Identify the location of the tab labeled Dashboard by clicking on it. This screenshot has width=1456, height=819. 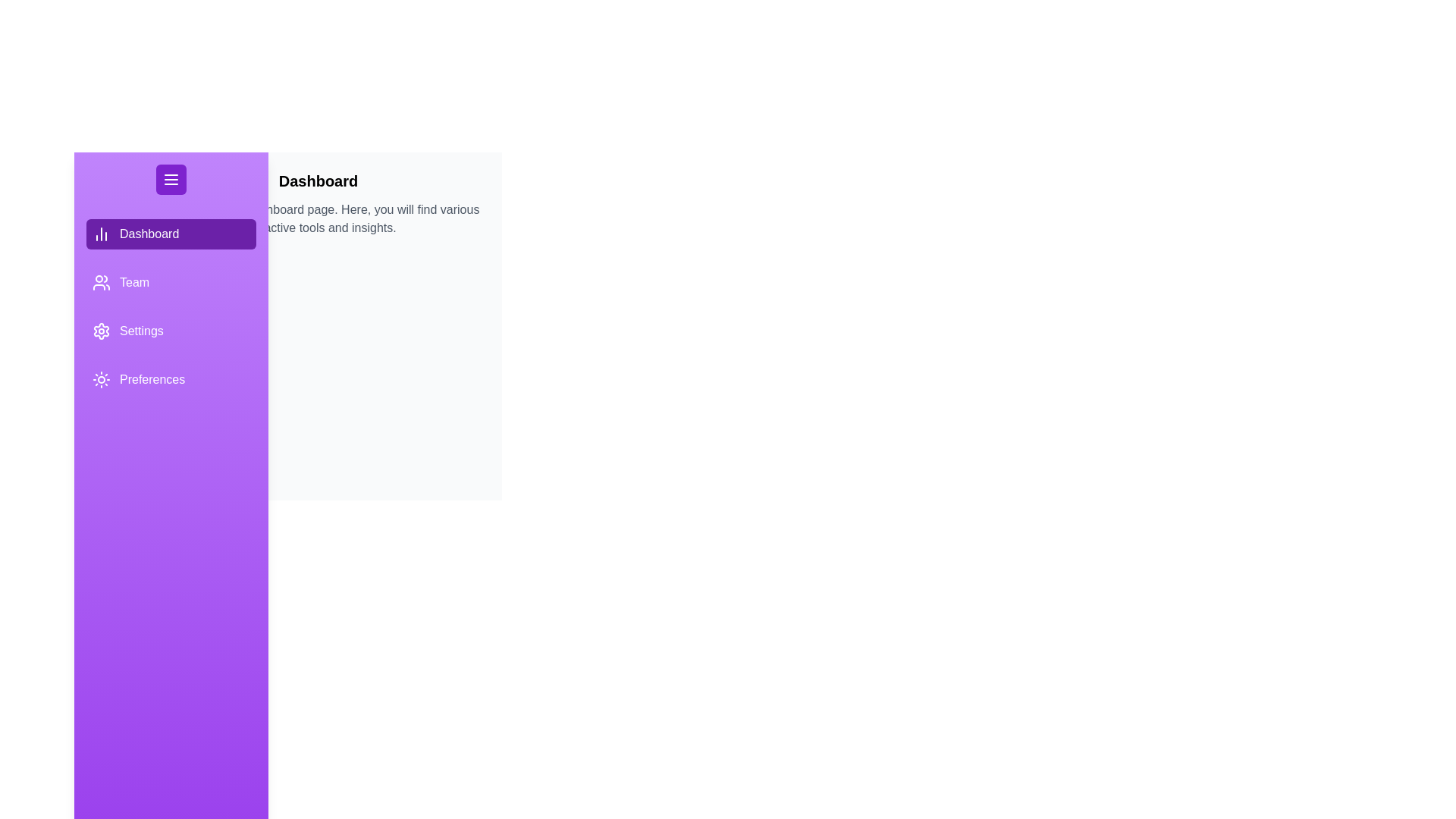
(171, 234).